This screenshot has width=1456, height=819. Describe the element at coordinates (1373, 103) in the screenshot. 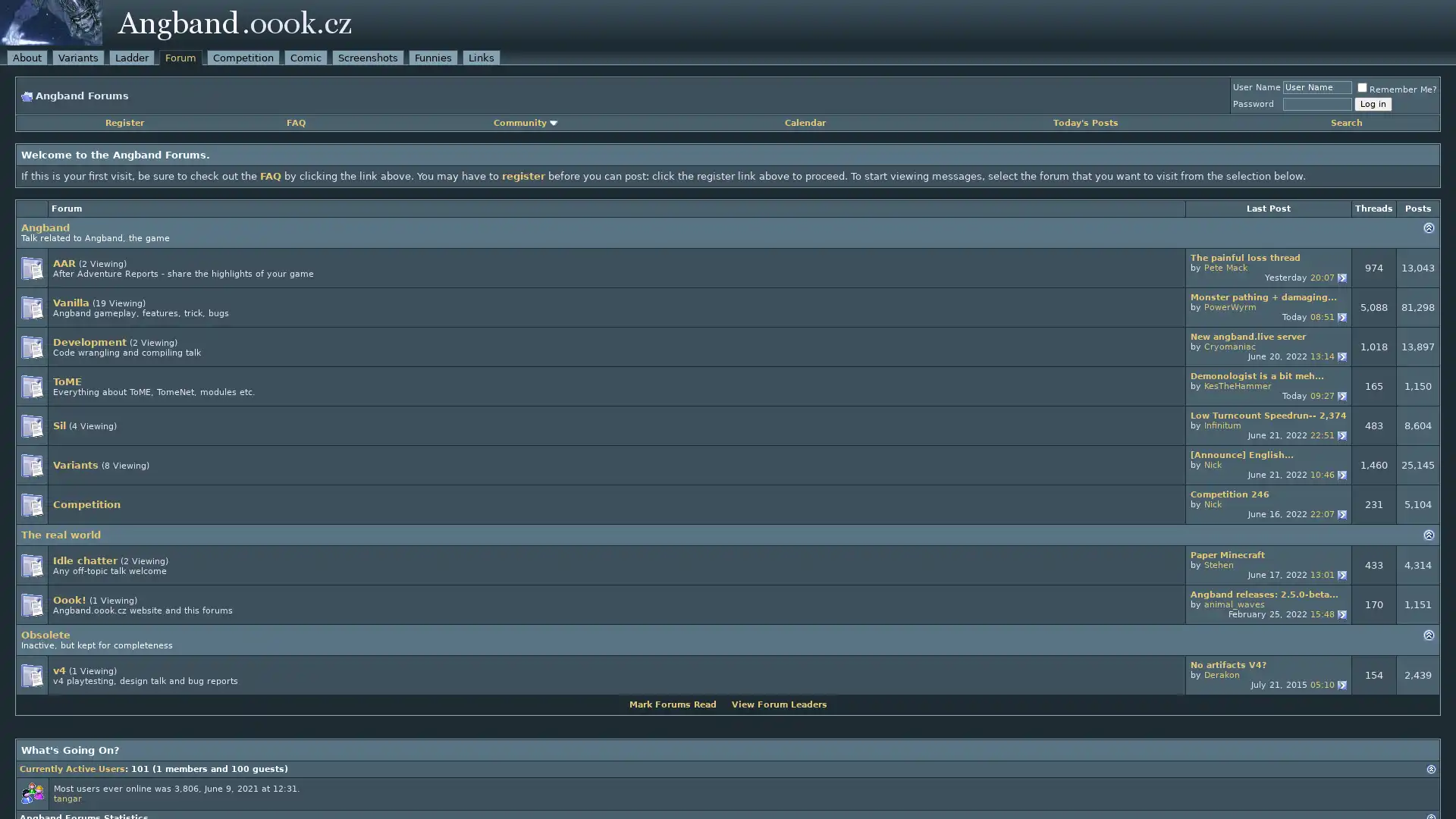

I see `Log in` at that location.